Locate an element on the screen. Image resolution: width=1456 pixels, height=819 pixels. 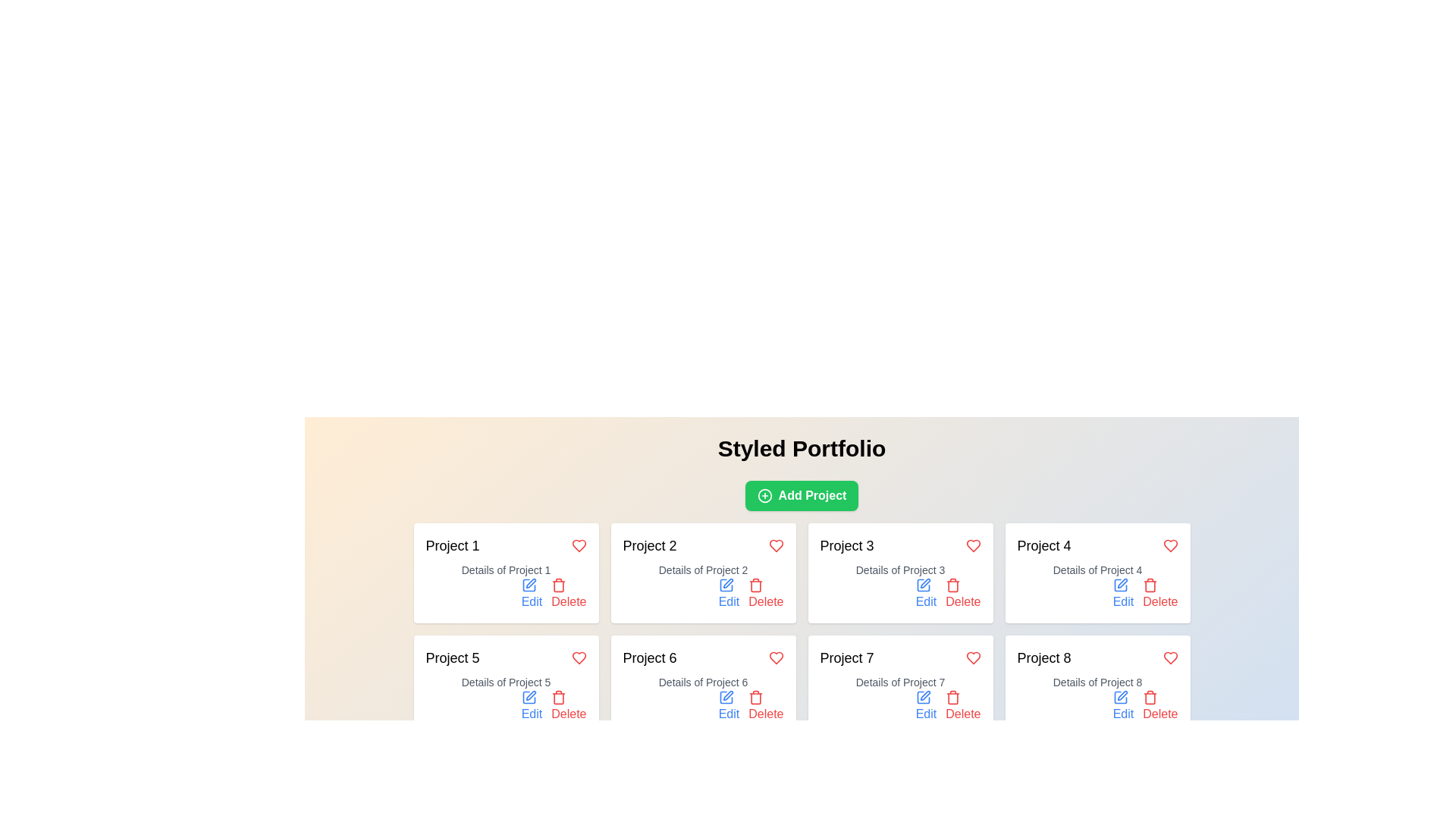
the text label or heading that serves as the title for 'Project 5', located in the second row and first column of the grid layout is located at coordinates (451, 657).